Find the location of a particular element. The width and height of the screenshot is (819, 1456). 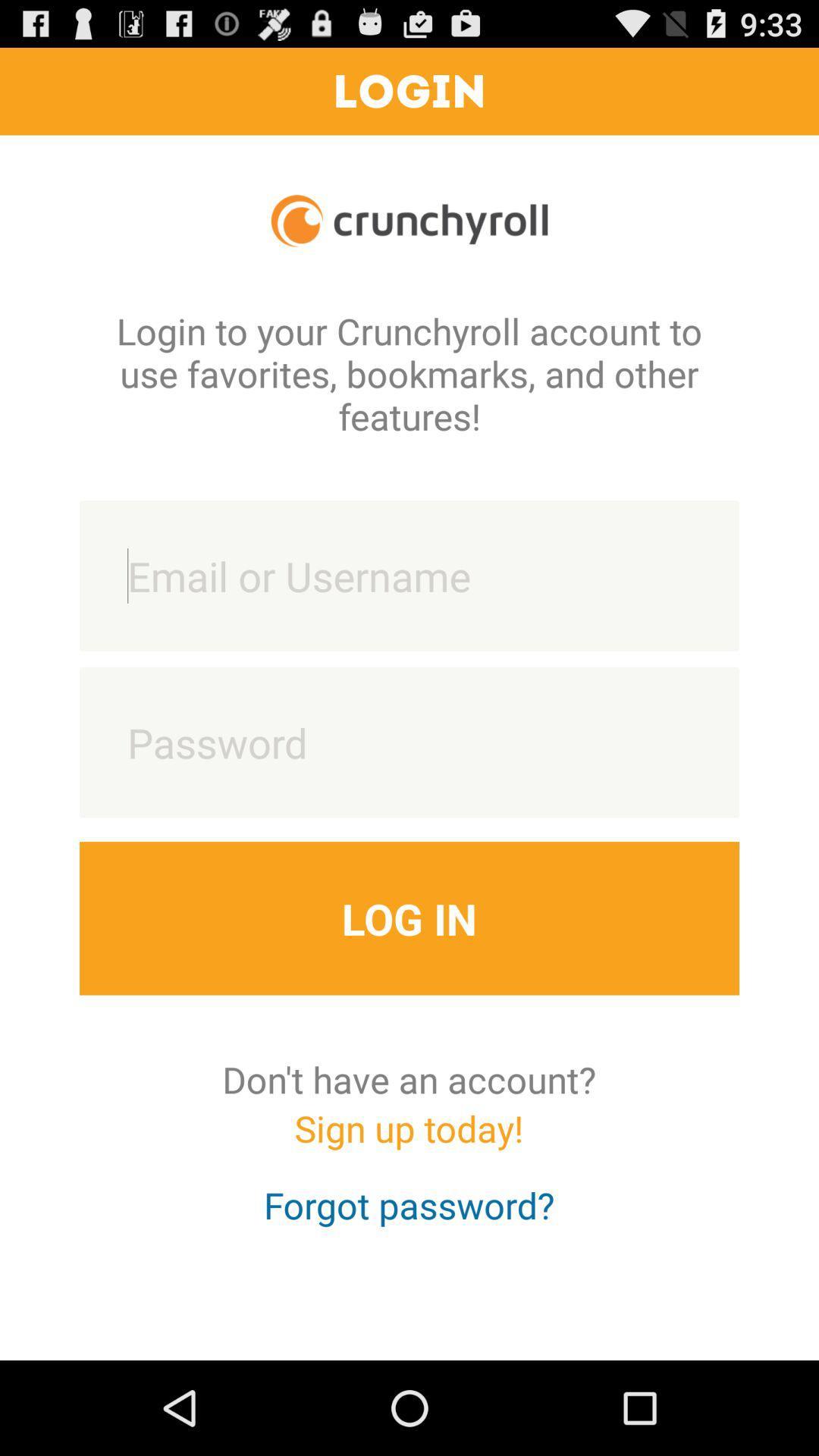

sign up today! is located at coordinates (408, 1142).